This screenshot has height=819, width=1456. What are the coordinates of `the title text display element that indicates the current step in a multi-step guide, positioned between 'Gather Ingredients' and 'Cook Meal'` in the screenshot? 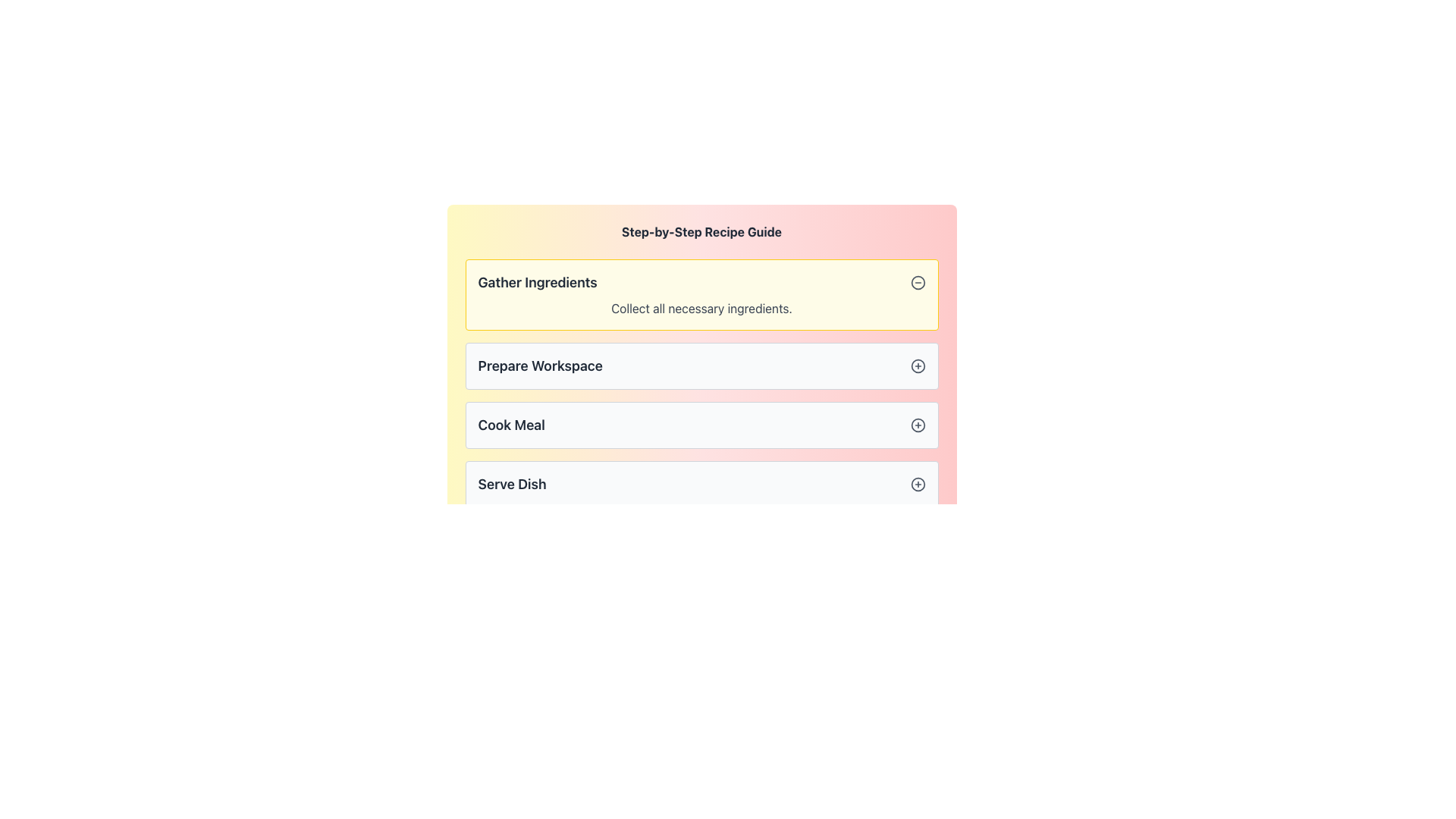 It's located at (540, 366).